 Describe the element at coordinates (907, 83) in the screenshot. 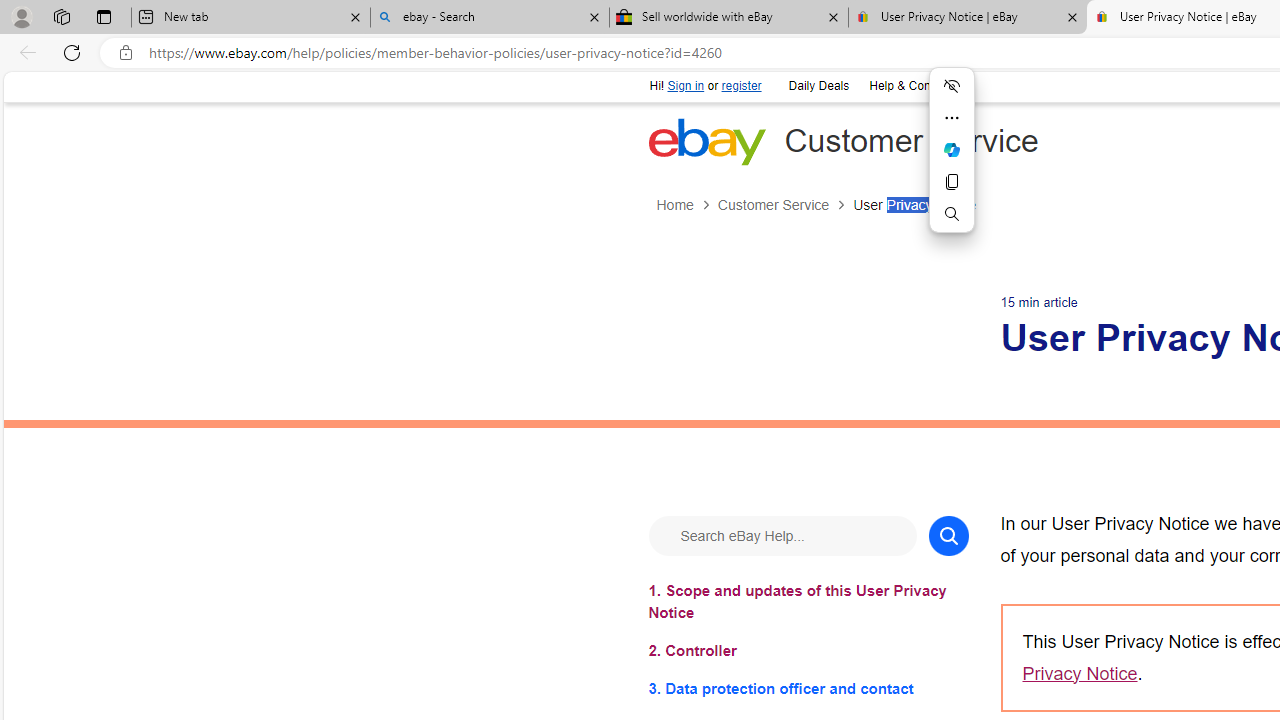

I see `'Help & Contact'` at that location.